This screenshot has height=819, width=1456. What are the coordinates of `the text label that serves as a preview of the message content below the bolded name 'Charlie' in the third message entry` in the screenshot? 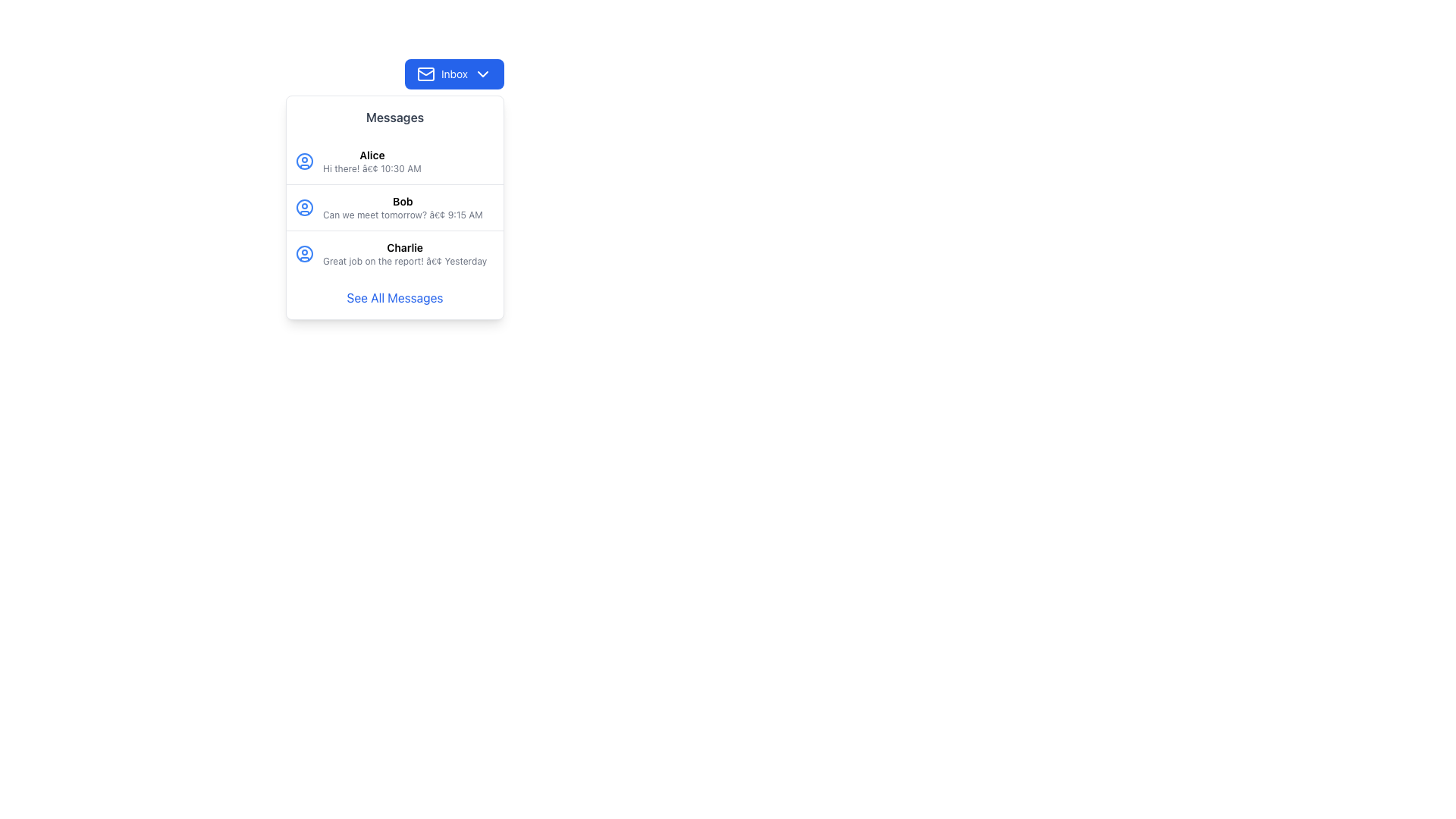 It's located at (405, 260).